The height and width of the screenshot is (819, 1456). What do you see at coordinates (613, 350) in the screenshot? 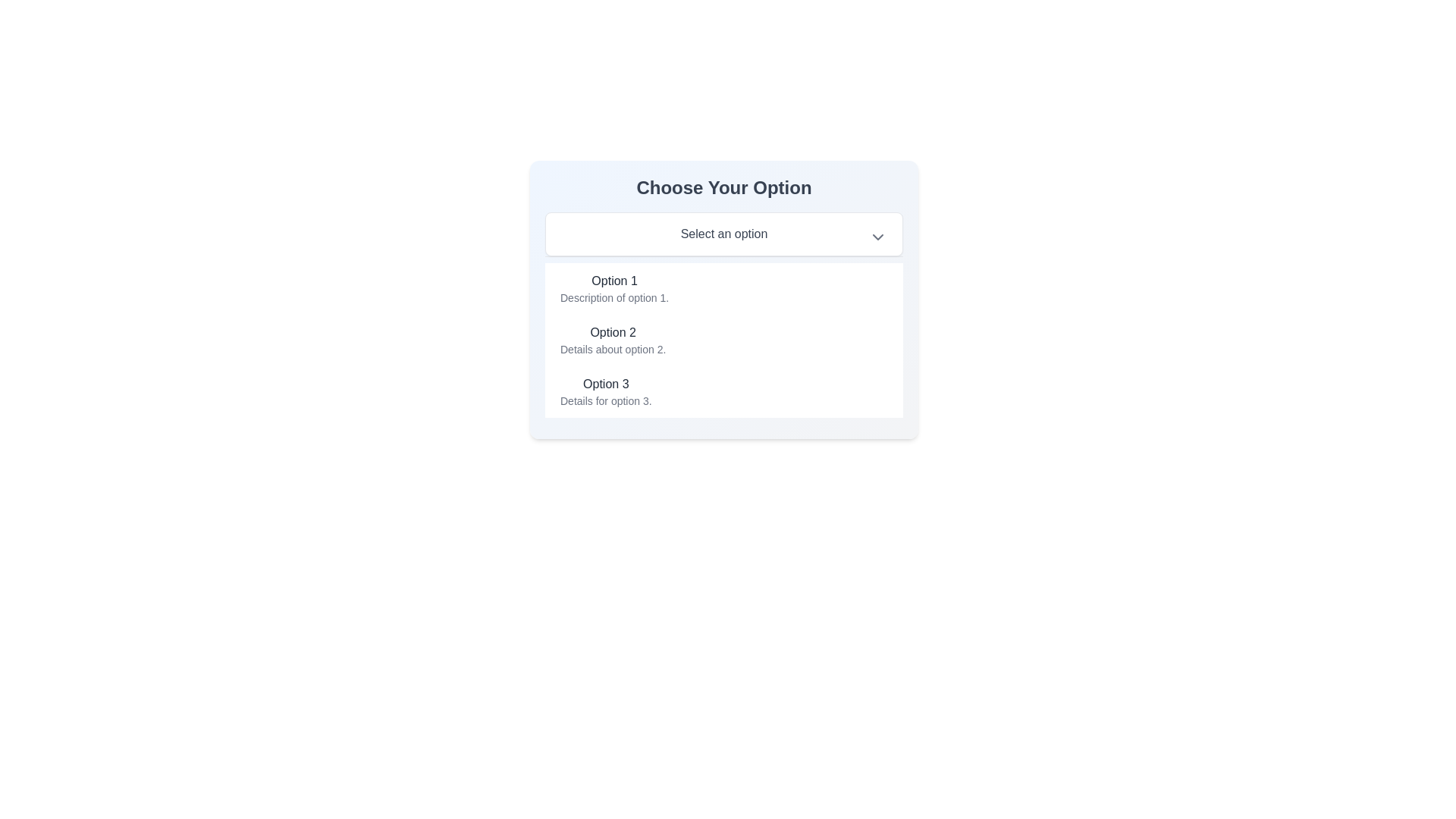
I see `the label providing additional details for 'Option 2' located below the text within the dropdown menu area` at bounding box center [613, 350].